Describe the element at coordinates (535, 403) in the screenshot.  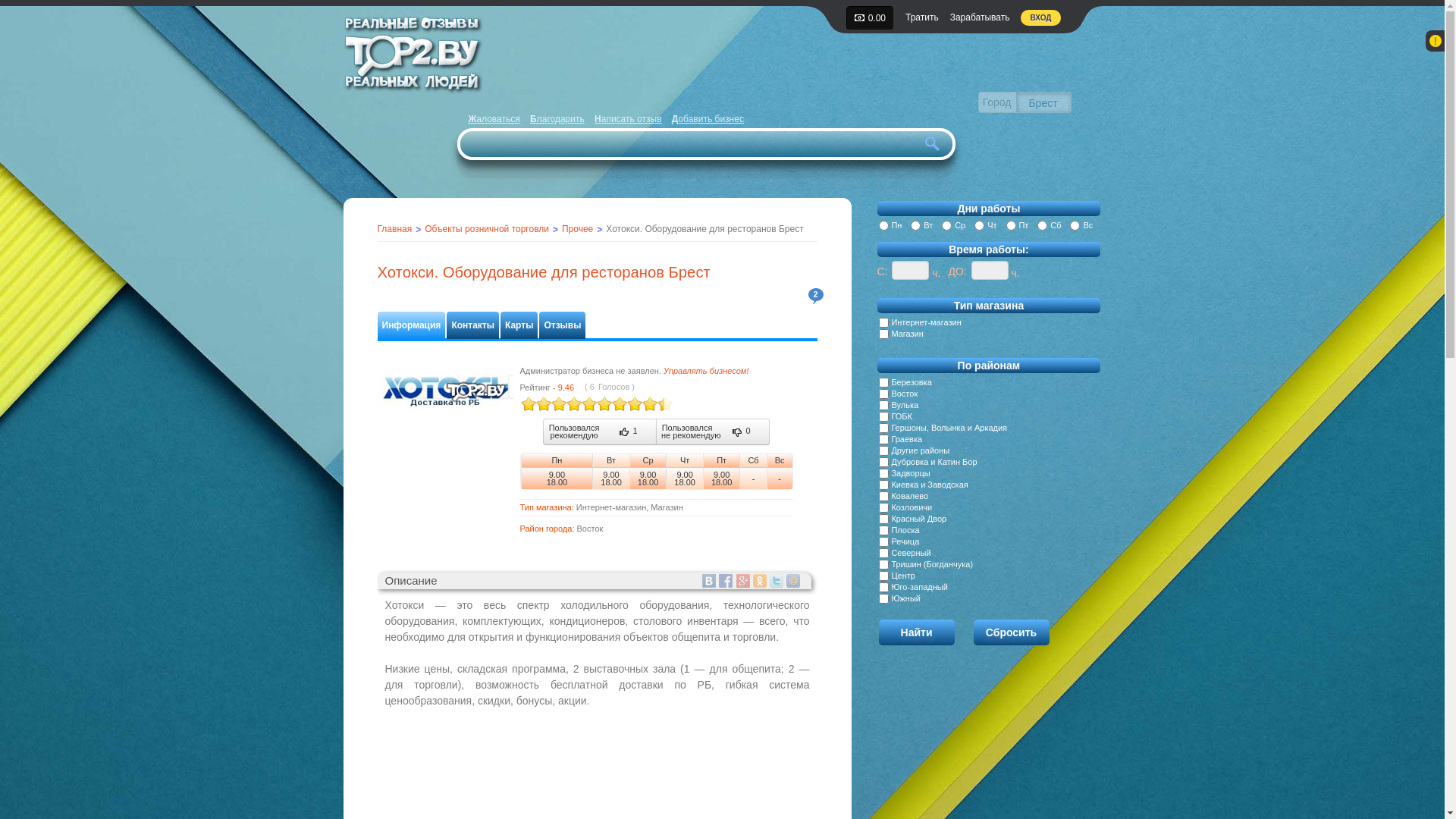
I see `'2'` at that location.